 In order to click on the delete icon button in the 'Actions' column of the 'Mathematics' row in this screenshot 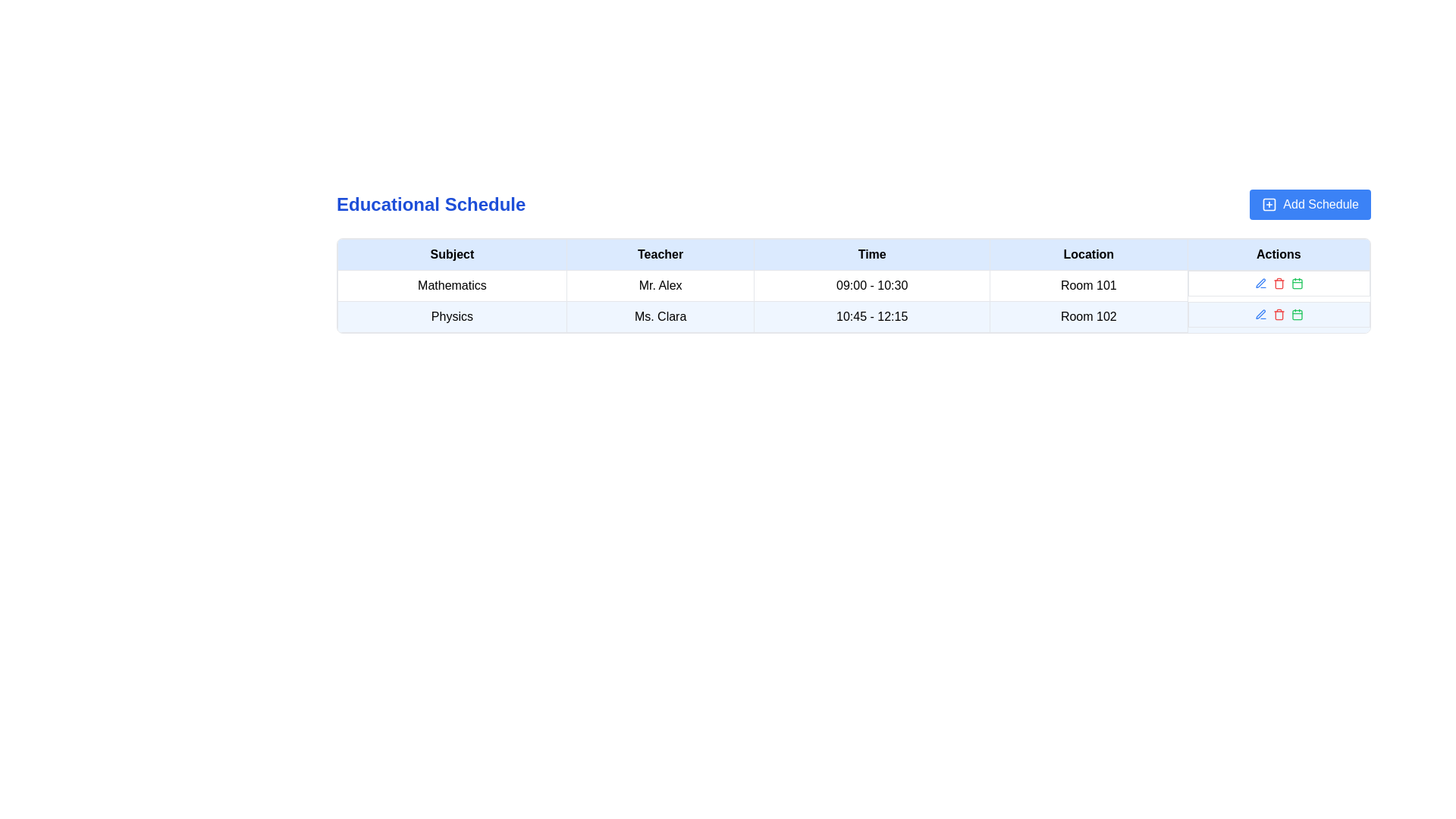, I will do `click(1278, 284)`.